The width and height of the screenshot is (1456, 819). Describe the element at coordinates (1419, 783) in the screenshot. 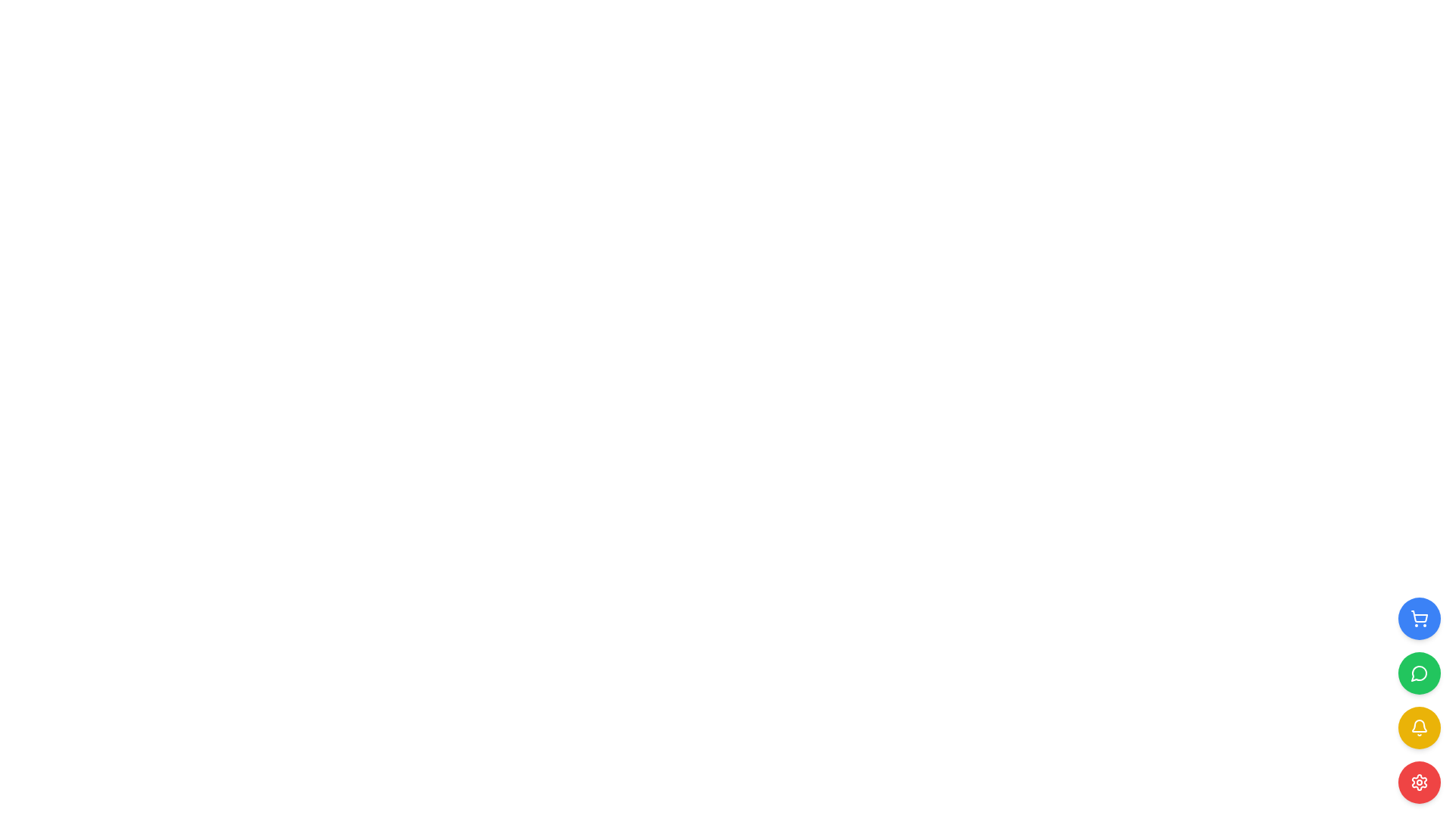

I see `the gear-shaped icon located inside the red button at the bottom of the vertical stack of buttons on the right side of the interface` at that location.